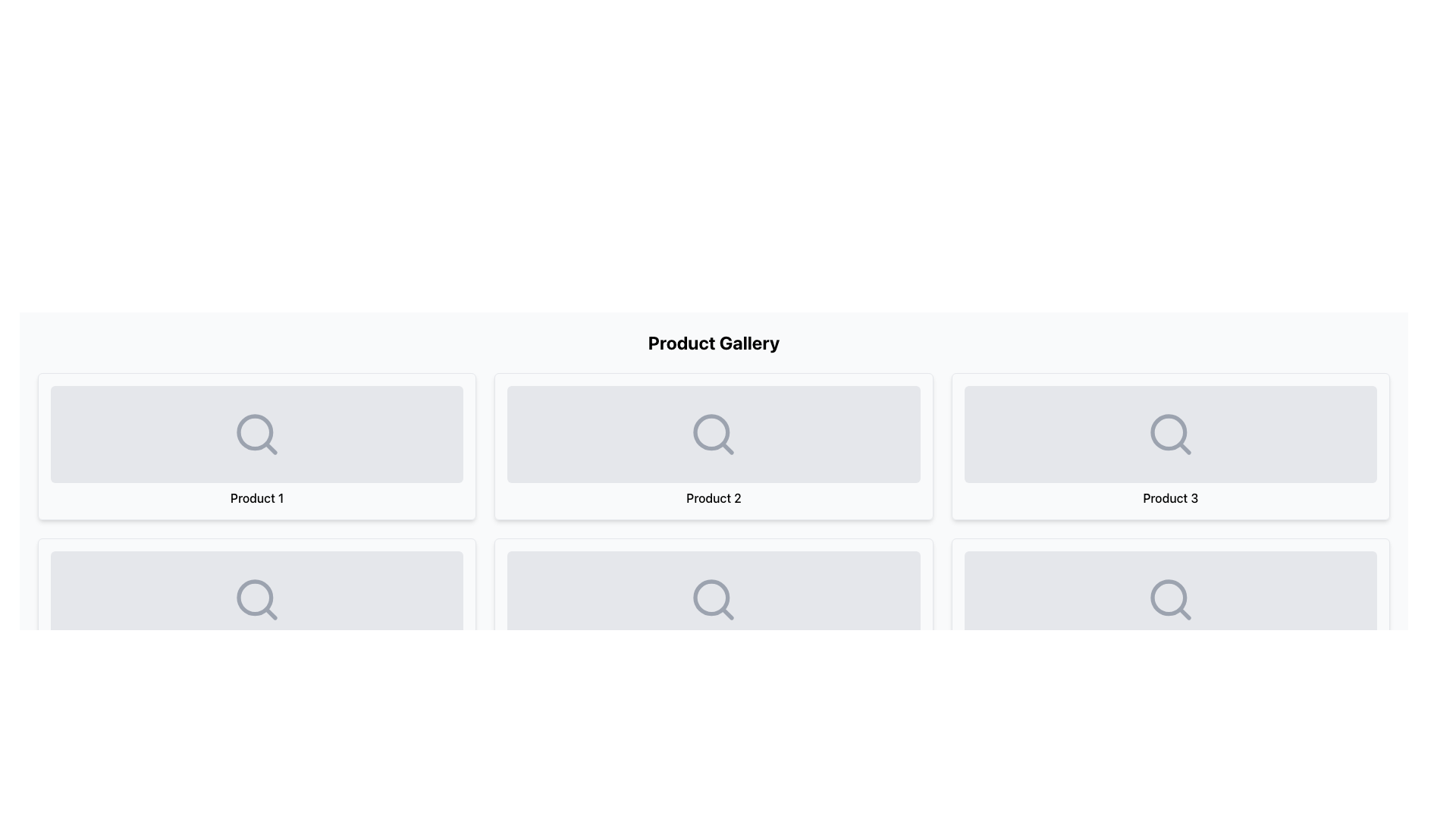 This screenshot has height=819, width=1456. I want to click on the Text Label that serves as a descriptive identifier for the product, located in the center of the page within a bordered rectangular section of the grid, being the third product in the first row, so click(1169, 497).